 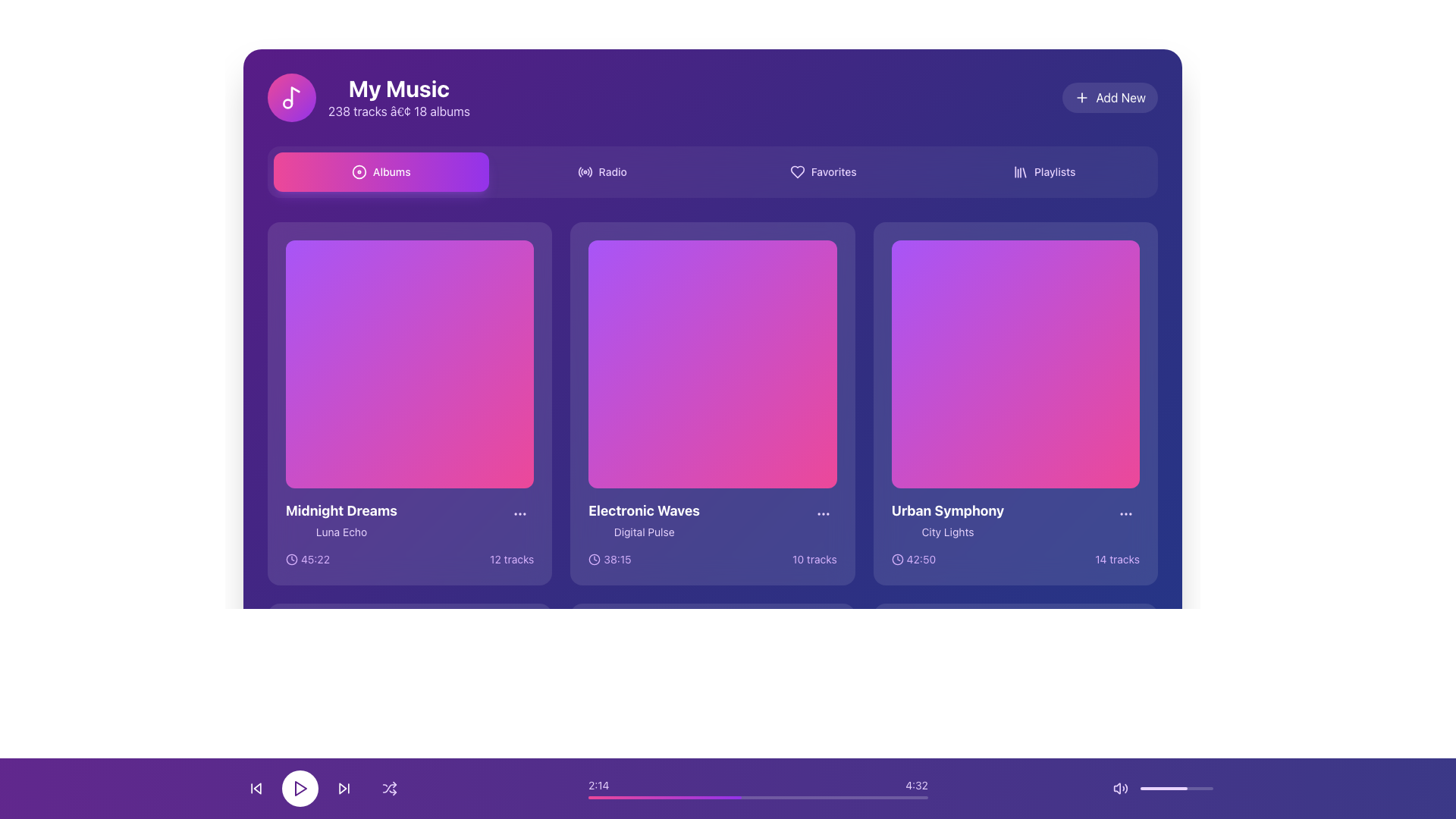 What do you see at coordinates (291, 97) in the screenshot?
I see `the circular graphic icon with a gradient background transitioning from pink to purple, featuring a white music note in its center, located in the top-left corner of the 'My Music' section` at bounding box center [291, 97].